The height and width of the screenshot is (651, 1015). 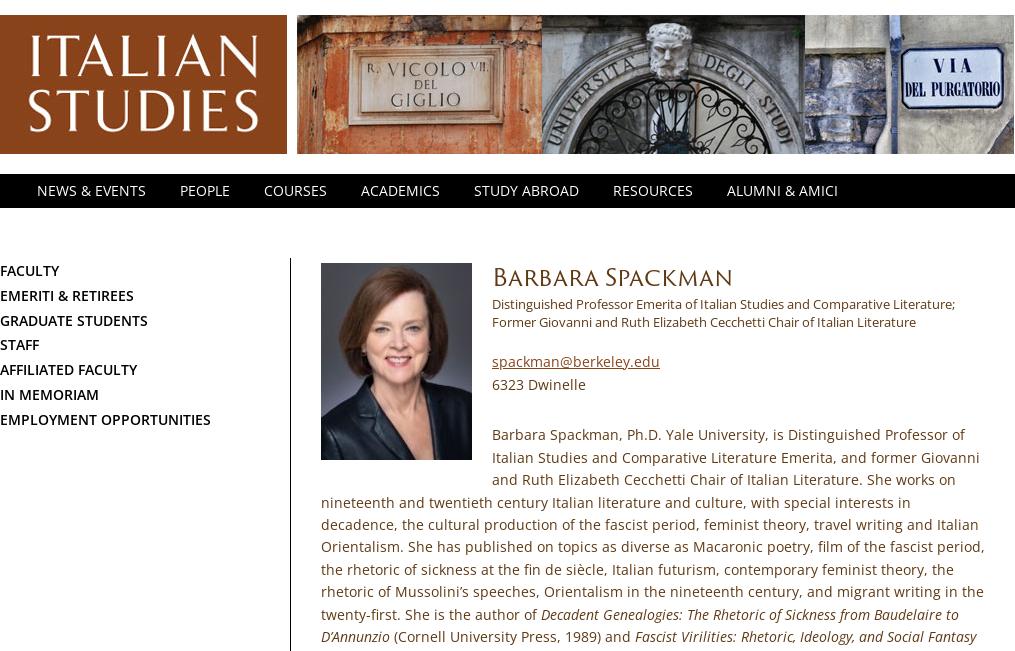 What do you see at coordinates (18, 344) in the screenshot?
I see `'Staff'` at bounding box center [18, 344].